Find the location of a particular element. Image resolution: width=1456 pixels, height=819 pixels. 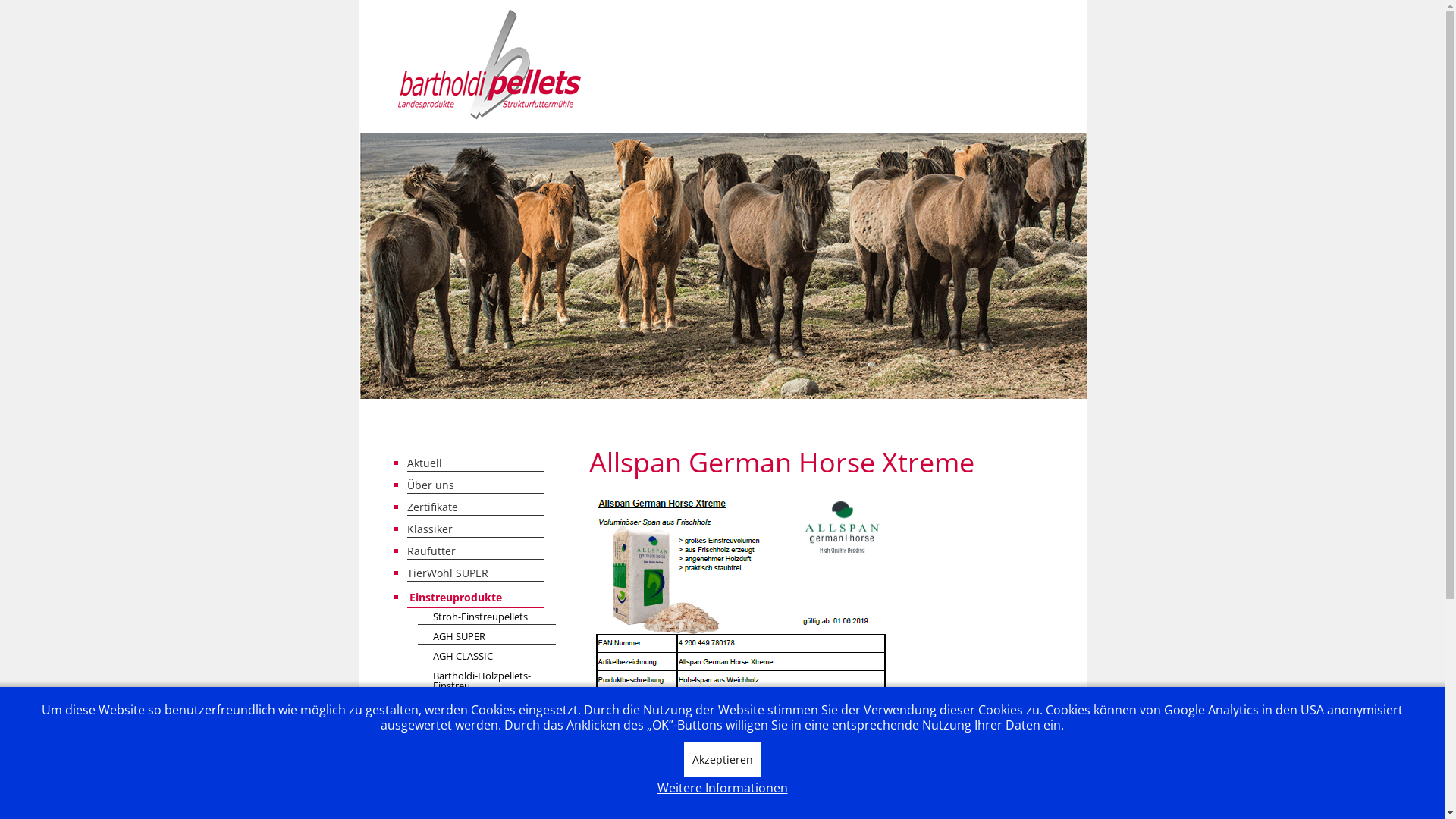

'AGH SUPER' is located at coordinates (486, 637).